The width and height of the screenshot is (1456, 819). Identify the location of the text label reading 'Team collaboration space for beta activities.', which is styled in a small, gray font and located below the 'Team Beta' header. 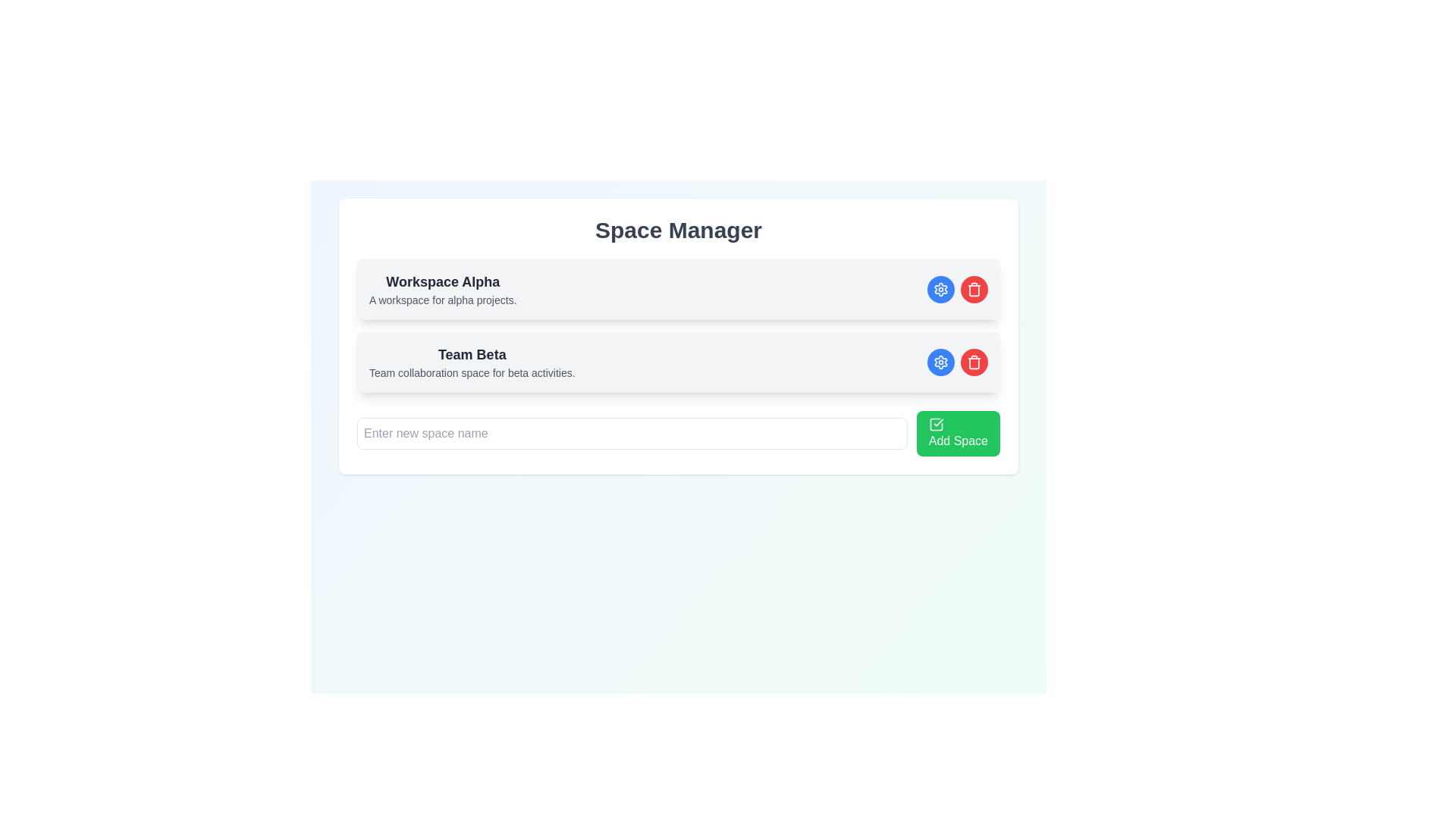
(471, 373).